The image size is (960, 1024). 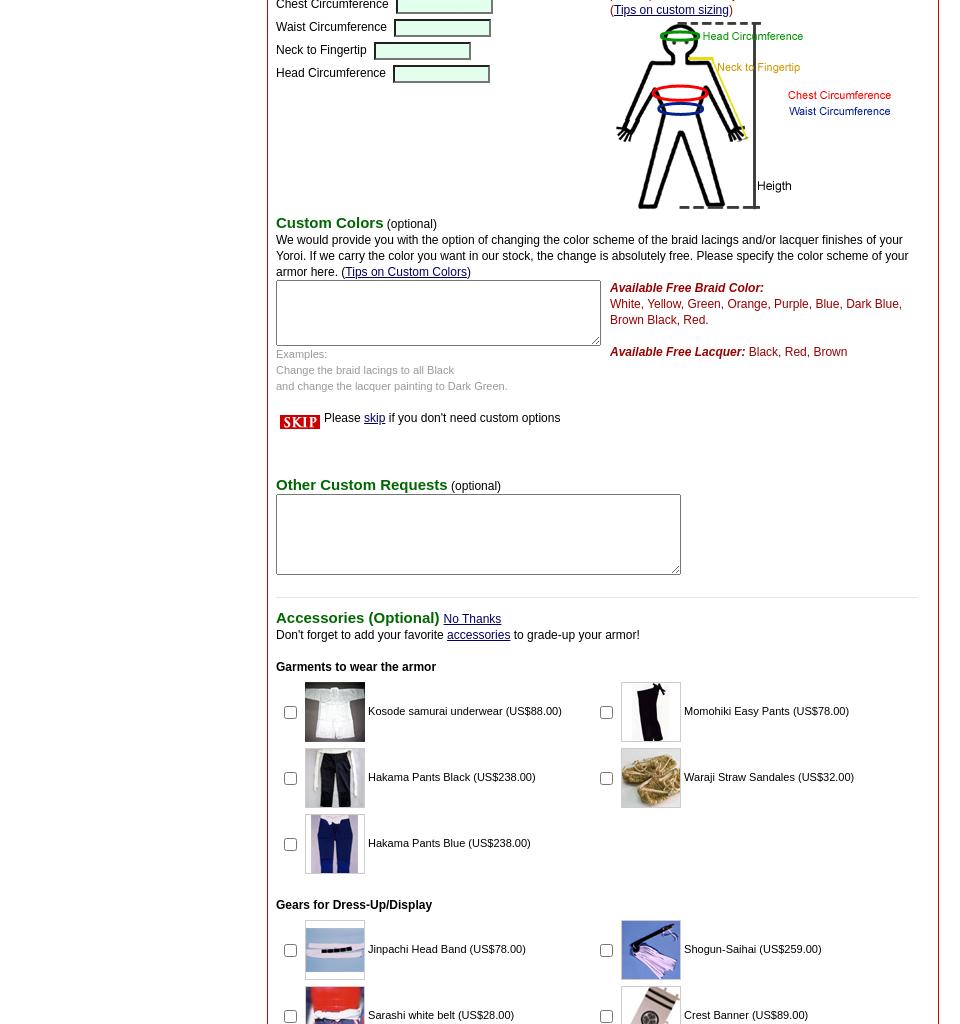 What do you see at coordinates (355, 665) in the screenshot?
I see `'Garments to wear the armor'` at bounding box center [355, 665].